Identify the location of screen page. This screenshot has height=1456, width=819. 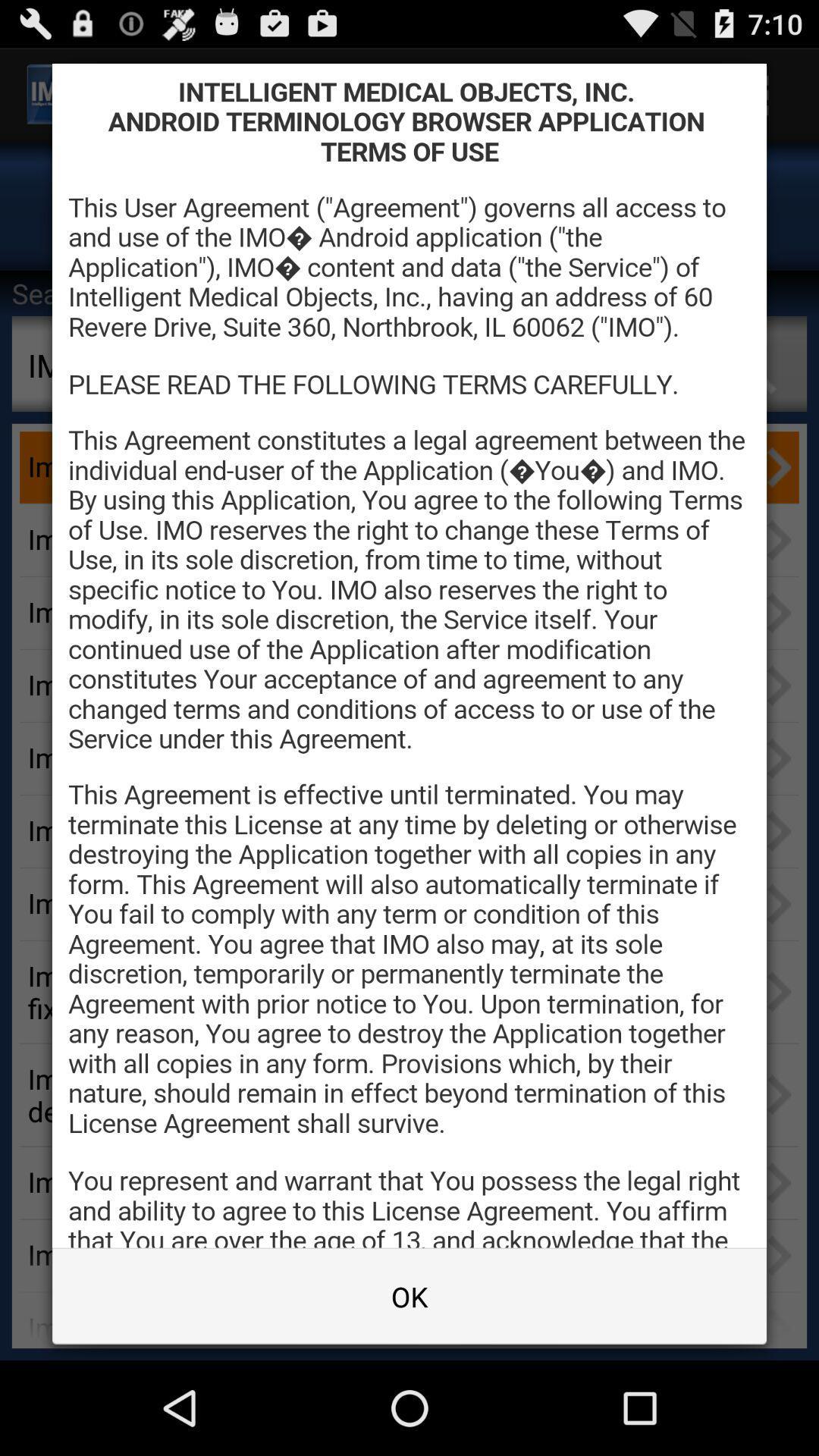
(409, 655).